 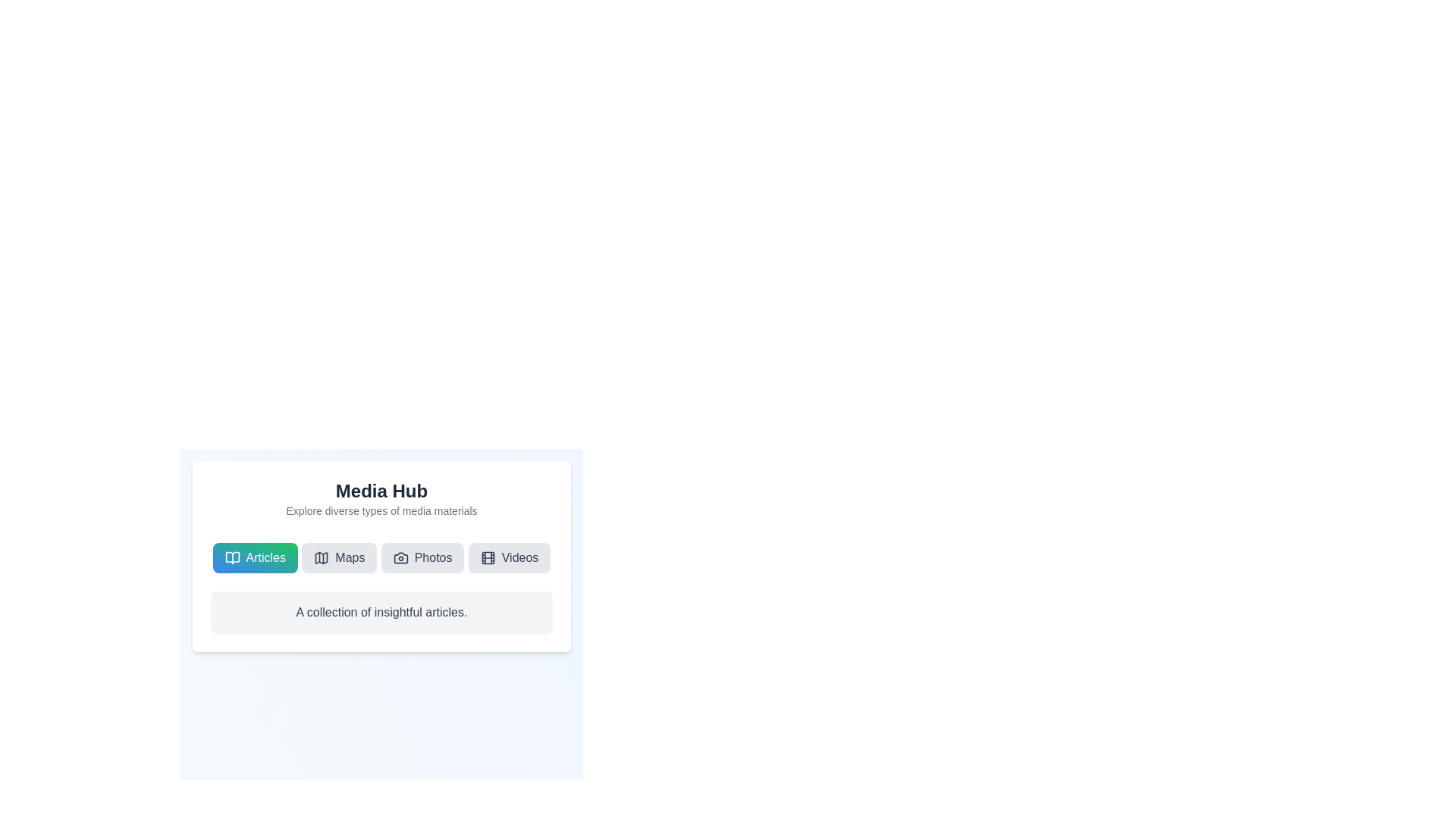 I want to click on descriptive text label located beneath the buttons labeled 'Articles,' 'Maps,' 'Photos,' and 'Videos' in the media hub interface, so click(x=381, y=611).